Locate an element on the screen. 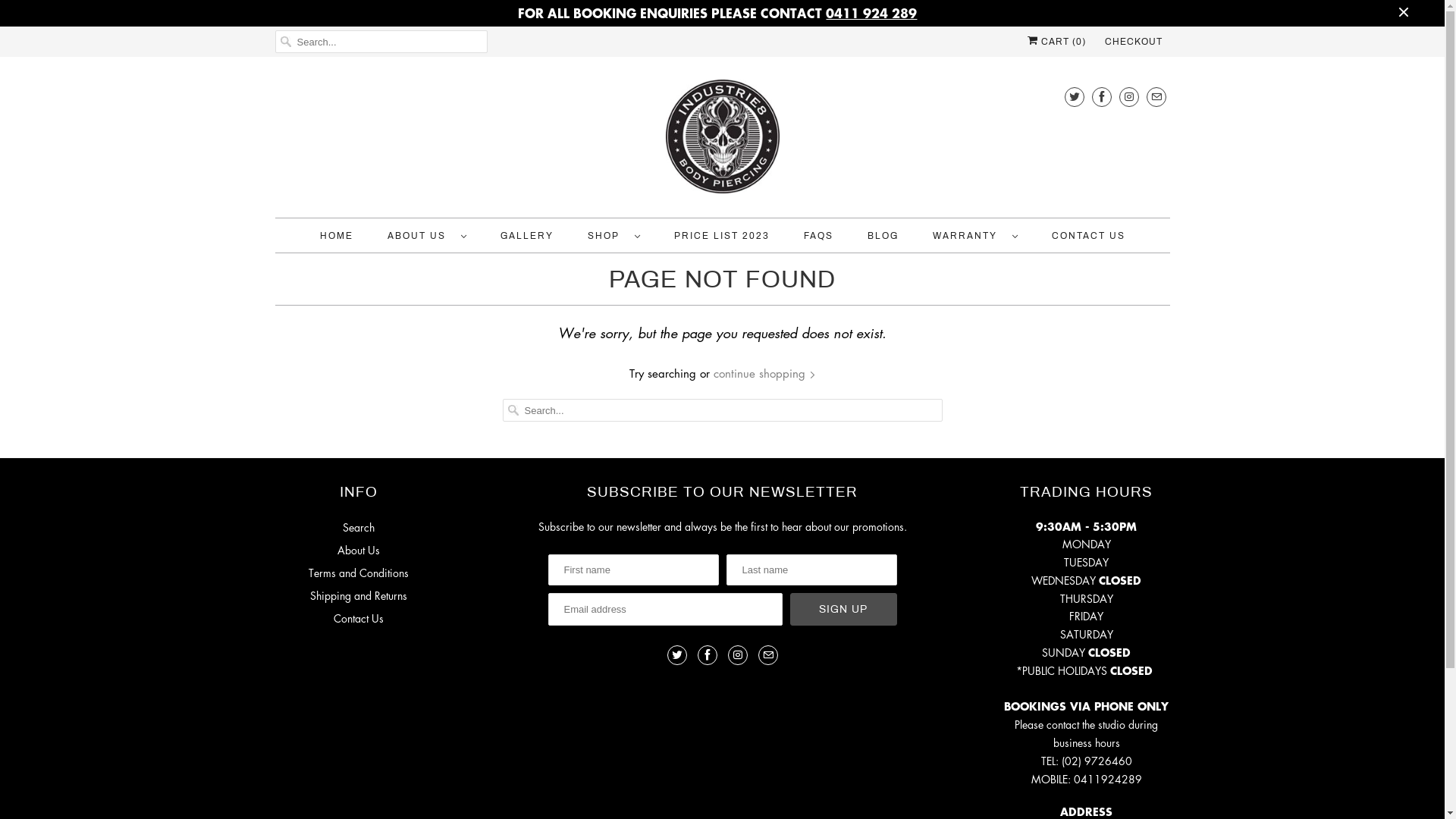 The height and width of the screenshot is (819, 1456). 'INDUSTRIE8 BODY PIERCING' is located at coordinates (720, 140).